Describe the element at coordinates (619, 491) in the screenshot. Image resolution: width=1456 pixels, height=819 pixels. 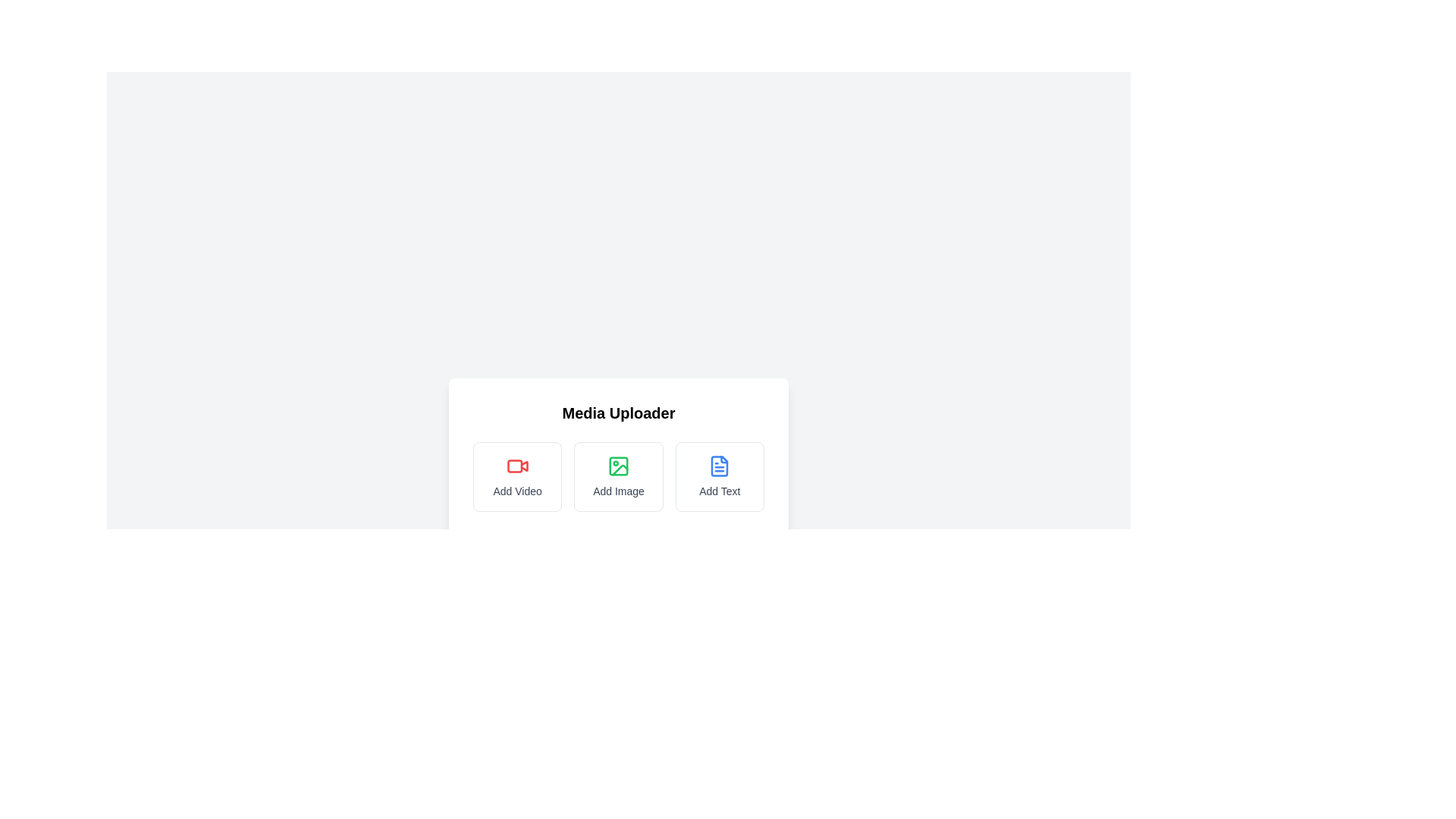
I see `the text label that describes the action of adding an image, located at the bottom of the central card beneath the image icon` at that location.